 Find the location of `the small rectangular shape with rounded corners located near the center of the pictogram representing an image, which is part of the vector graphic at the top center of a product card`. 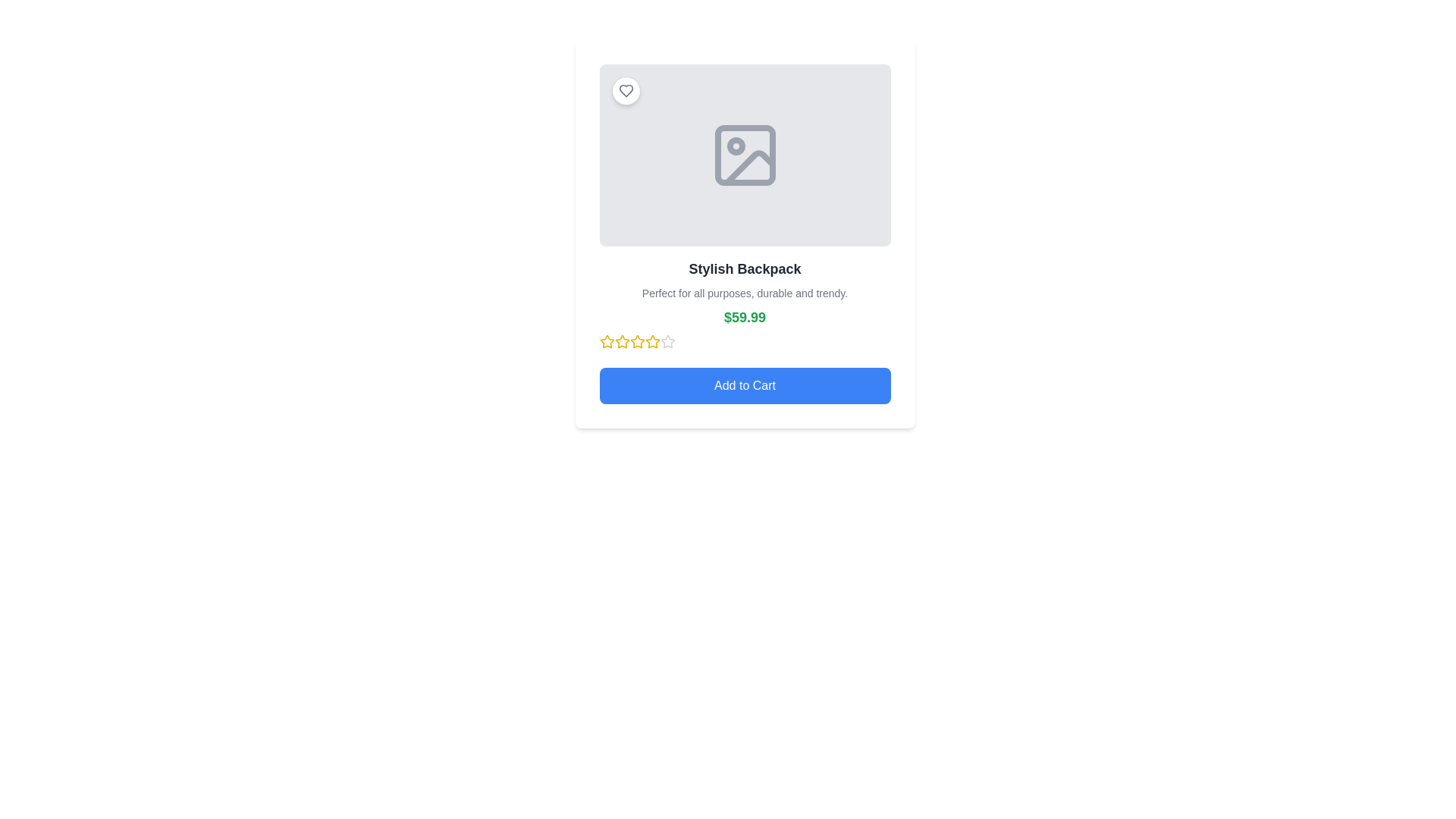

the small rectangular shape with rounded corners located near the center of the pictogram representing an image, which is part of the vector graphic at the top center of a product card is located at coordinates (745, 155).